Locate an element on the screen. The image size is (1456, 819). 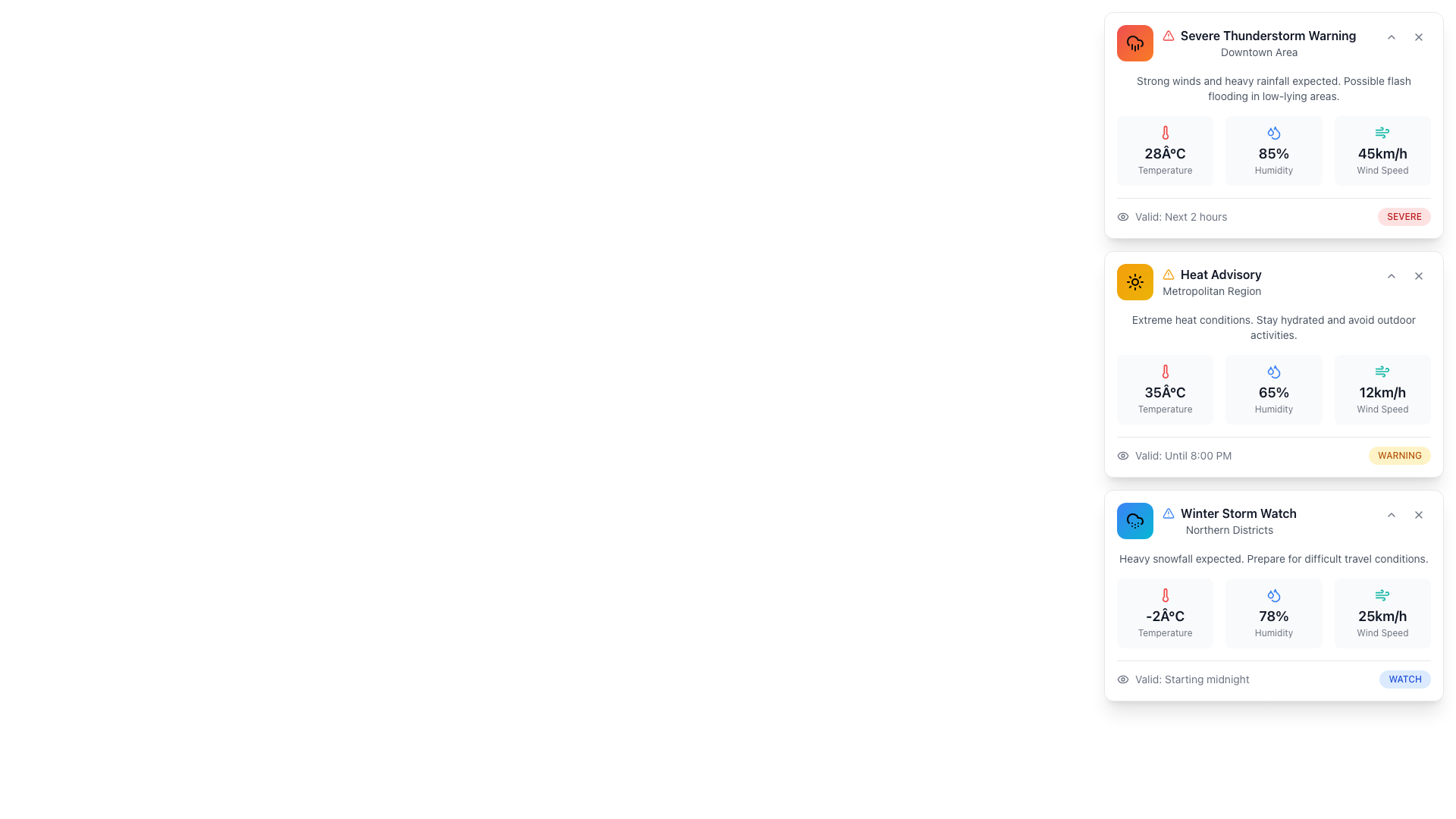
the Text label indicating humidity located below the '85%' percentage value in the weather information card is located at coordinates (1274, 170).